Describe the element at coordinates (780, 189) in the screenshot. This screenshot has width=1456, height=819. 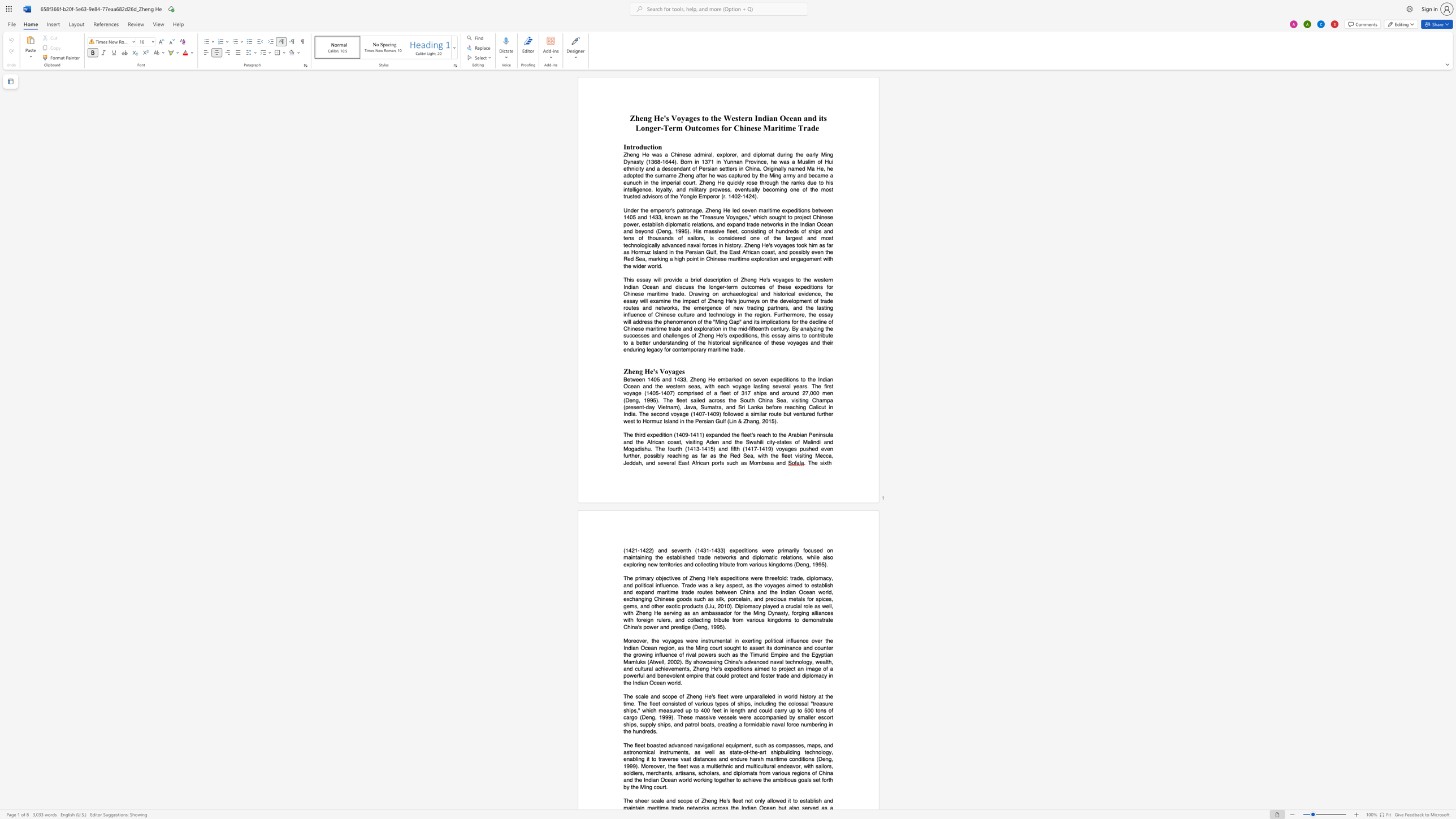
I see `the subset text "ng one of the most trusted advisors of th" within the text "Zheng He was a Chinese admiral, explorer, and diplomat during the early Ming Dynasty (1368-1644). Born in 1371 in Yunnan Province, he was a Muslim of Hui ethnicity and a descendant of Persian settlers in China. Originally named Ma He, he adopted the surname Zheng after he was captured by the Ming army and became a eunuch in the imperial court. Zheng He quickly rose through the ranks due to his intelligence, loyalty, and military prowess, eventually becoming one of the most trusted advisors of the Yongle Emperor (r. 1402-1424)."` at that location.